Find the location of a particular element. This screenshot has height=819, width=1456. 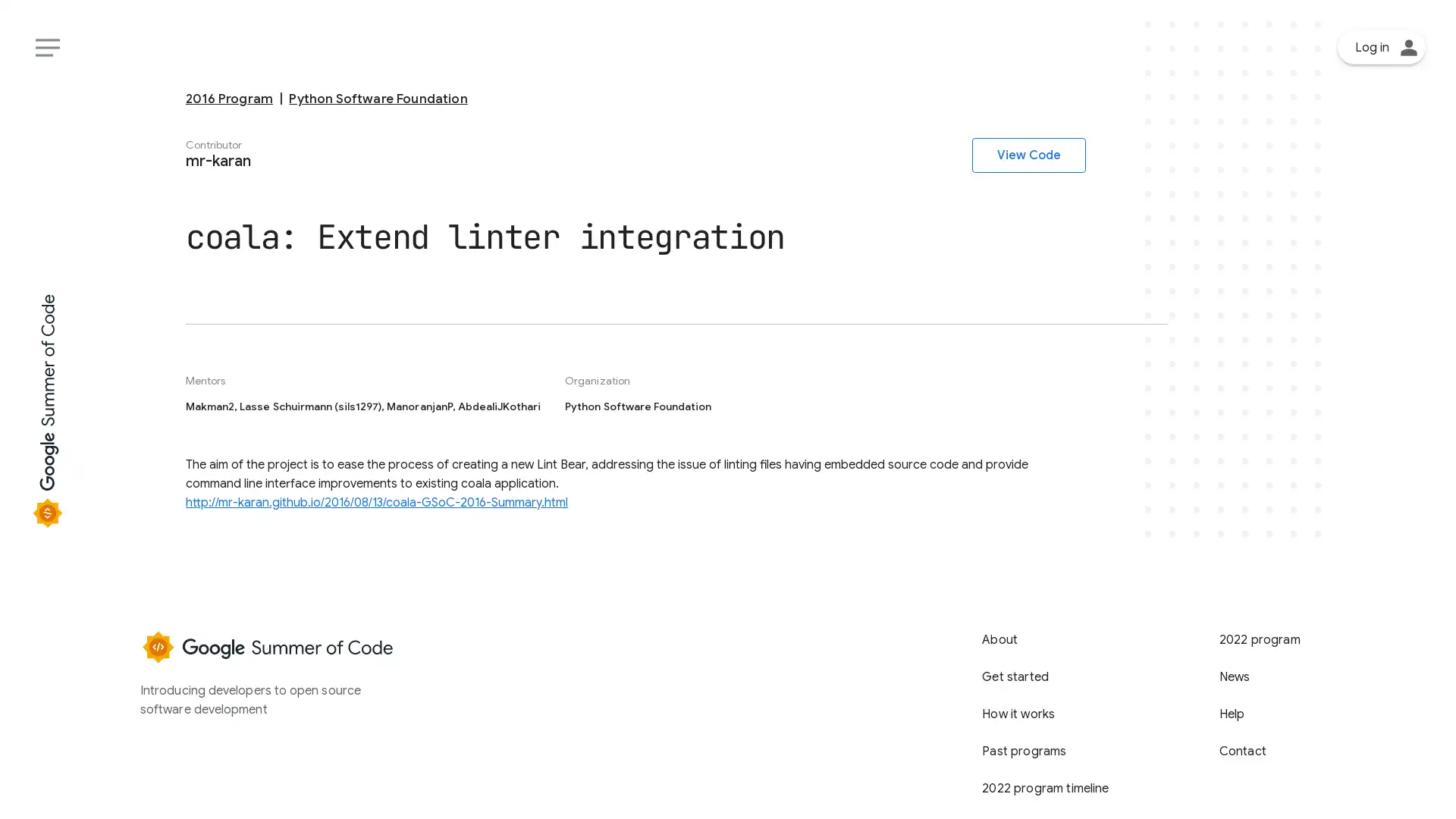

Open Menu is located at coordinates (47, 46).